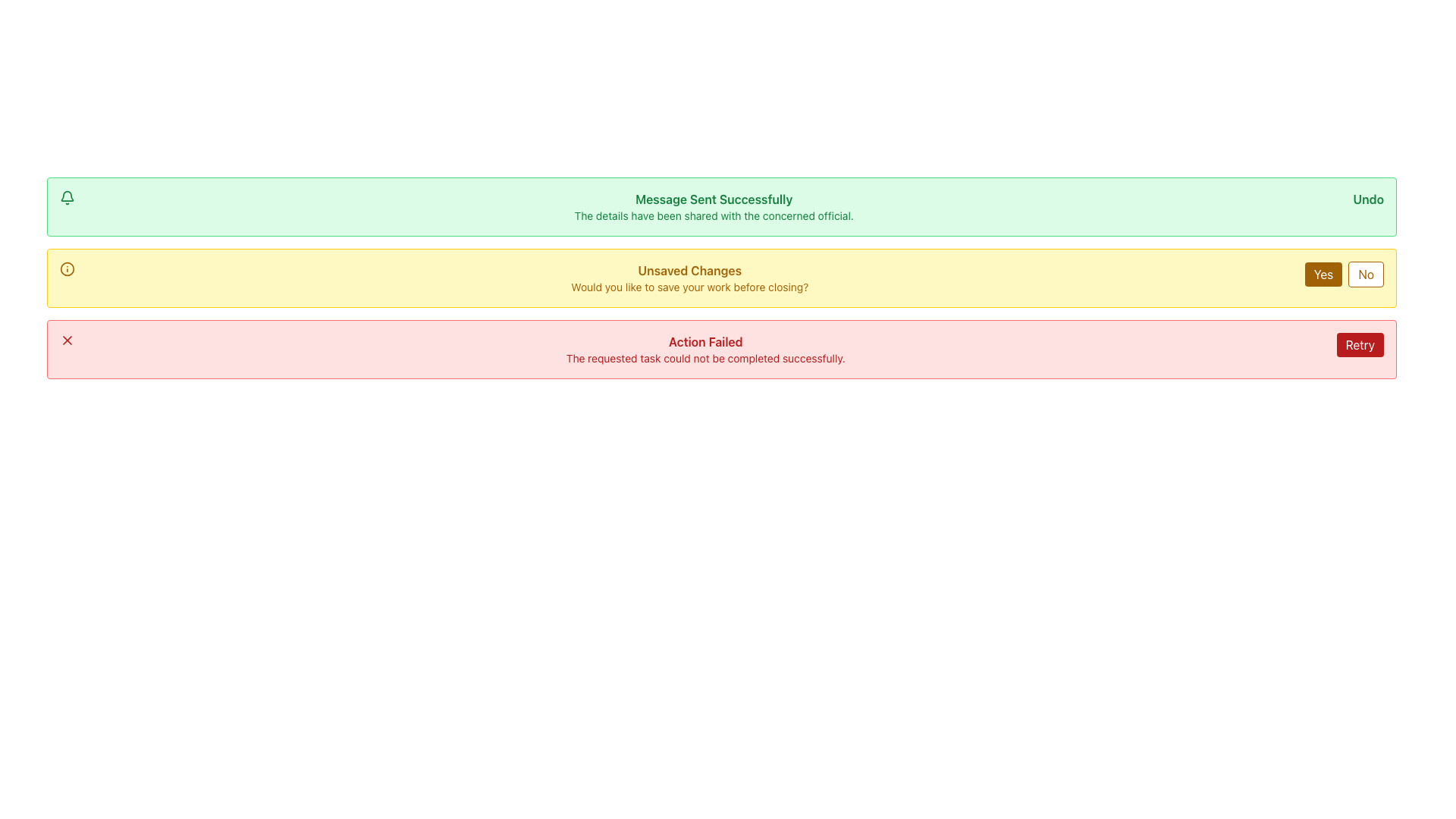 This screenshot has height=819, width=1456. Describe the element at coordinates (67, 268) in the screenshot. I see `the circular yellow icon with an outlined border and an inner vertical line and dot arrangement, located to the left of the 'Unsaved Changes' warning message in the yellow notification panel` at that location.